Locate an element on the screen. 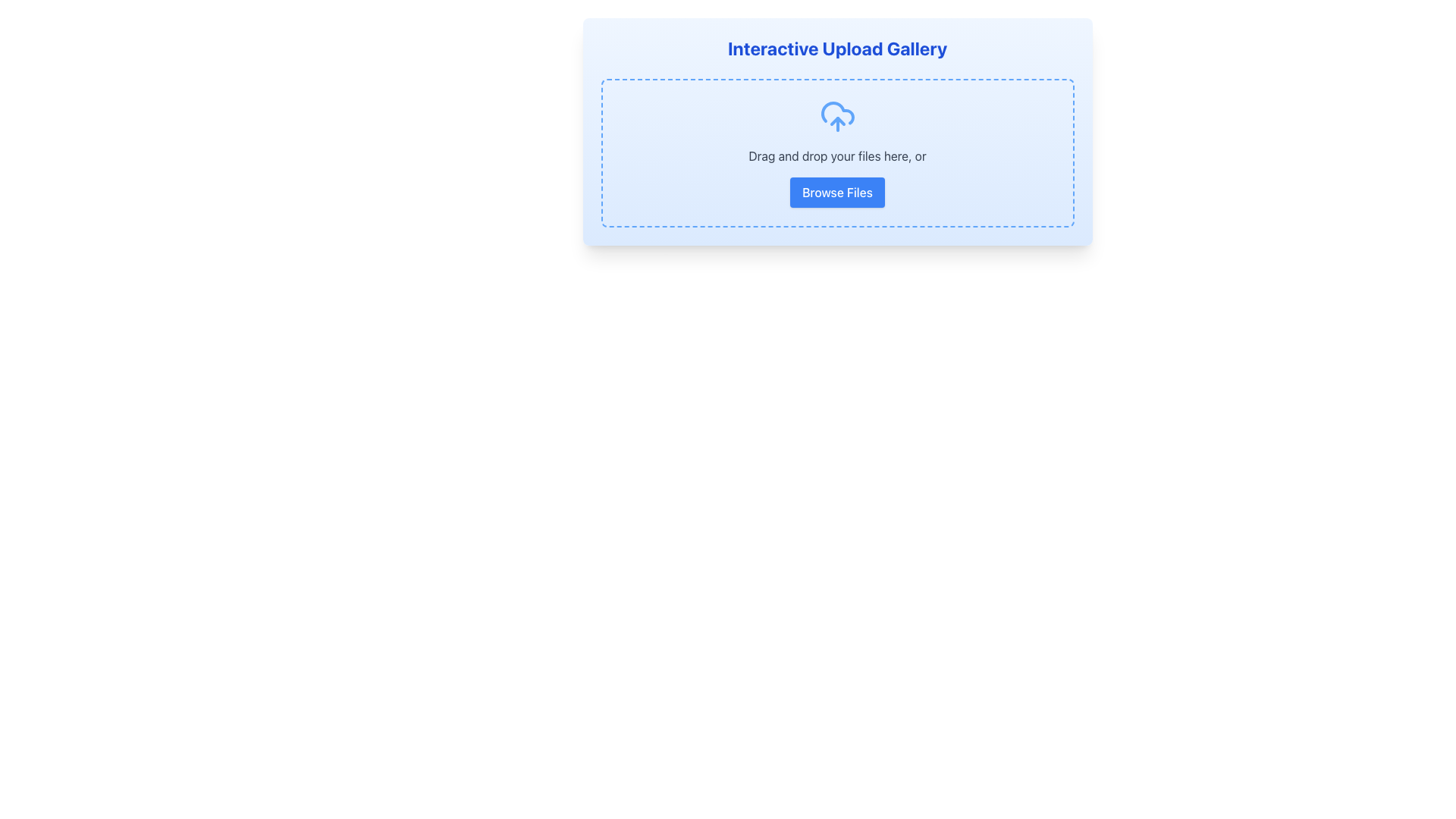 This screenshot has width=1456, height=819. the informational text label that directs users to drag and drop files or use the 'Browse Files' button is located at coordinates (836, 155).